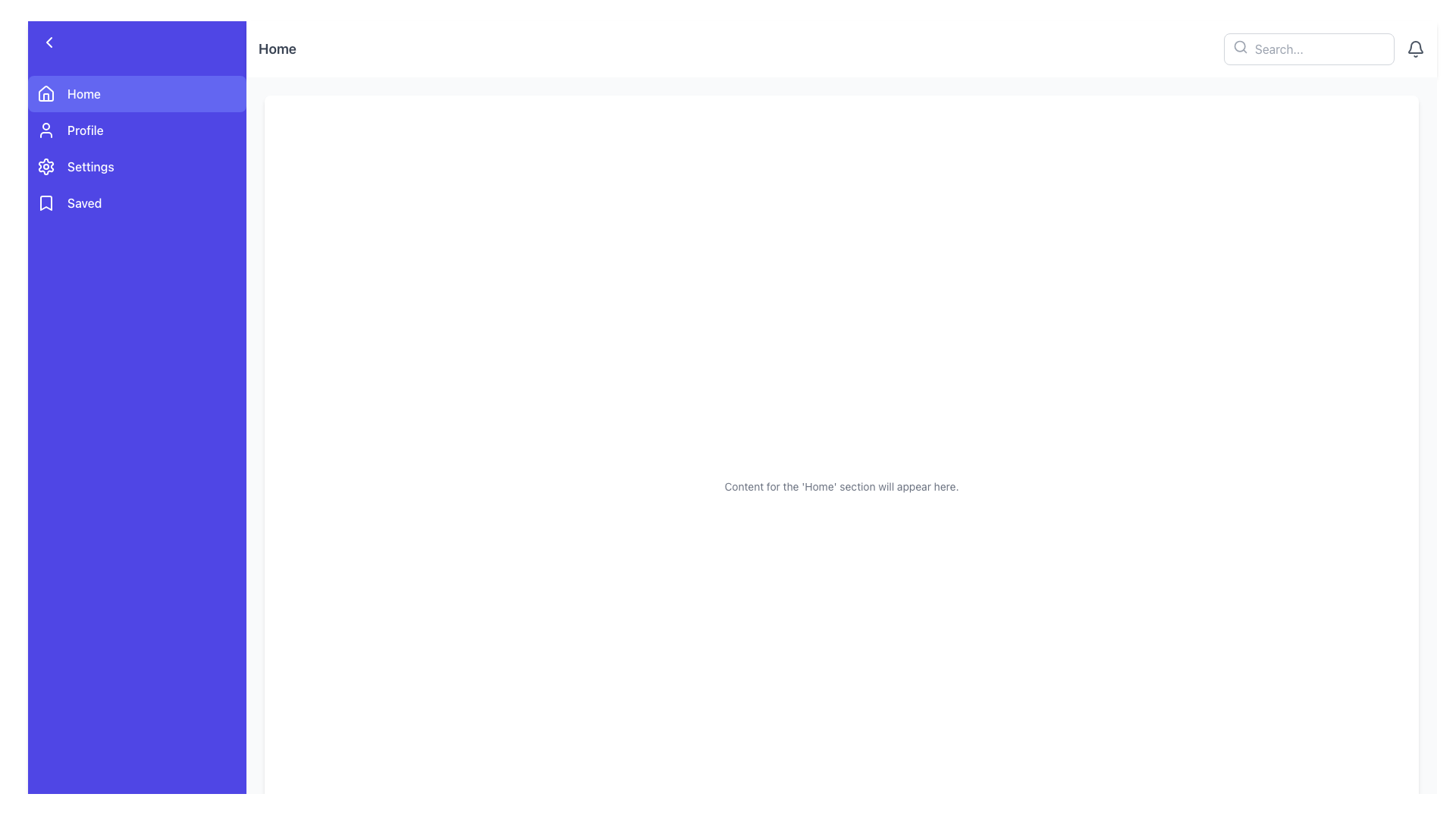  What do you see at coordinates (84, 130) in the screenshot?
I see `the 'Profile' text label in the navigation menu, styled in white against a blue background, located below the user profile icon` at bounding box center [84, 130].